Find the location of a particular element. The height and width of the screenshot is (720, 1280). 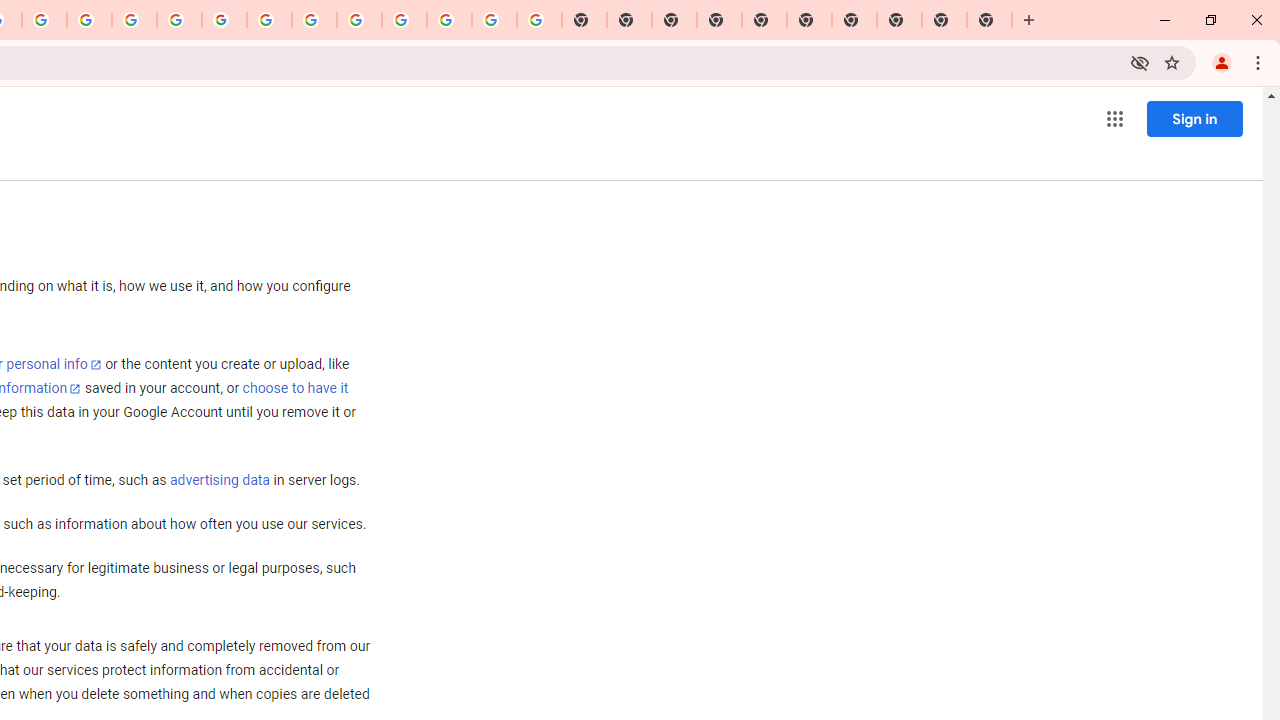

'personal info' is located at coordinates (54, 364).